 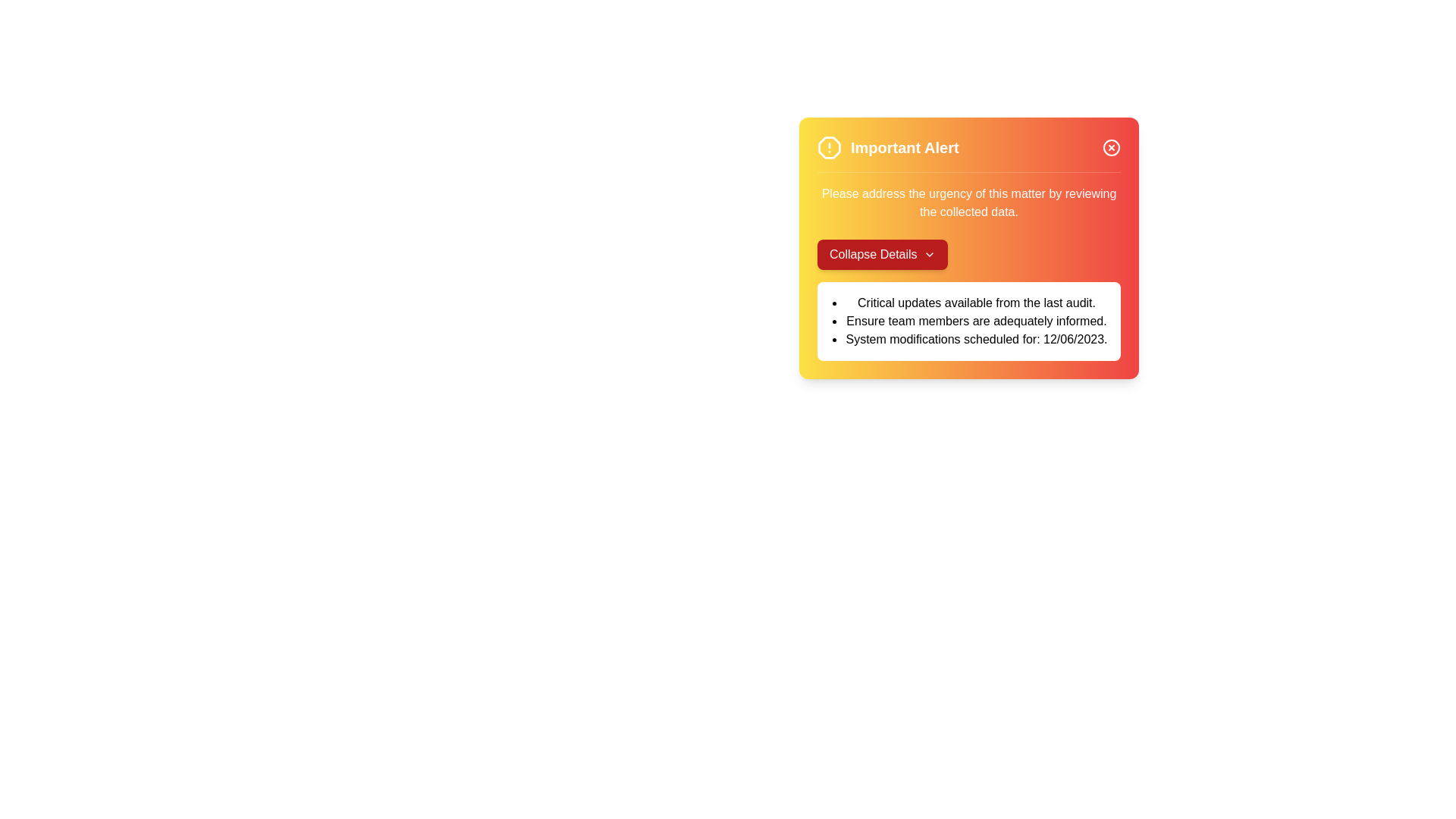 I want to click on the 'Collapse Details' button to toggle the visibility of the detailed content, so click(x=881, y=253).